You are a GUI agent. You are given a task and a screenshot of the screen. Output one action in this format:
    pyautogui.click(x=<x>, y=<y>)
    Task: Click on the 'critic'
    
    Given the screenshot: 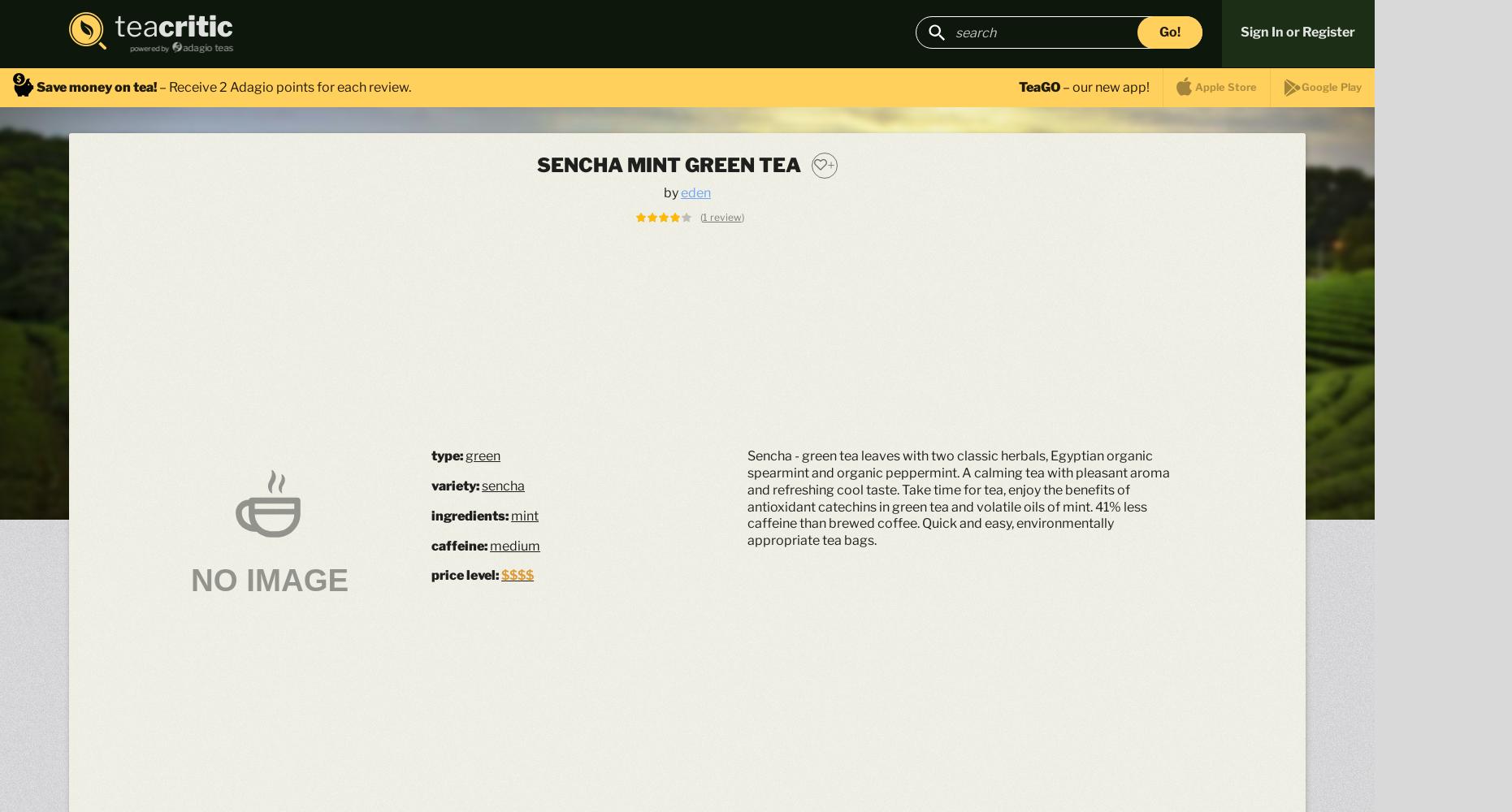 What is the action you would take?
    pyautogui.click(x=195, y=26)
    